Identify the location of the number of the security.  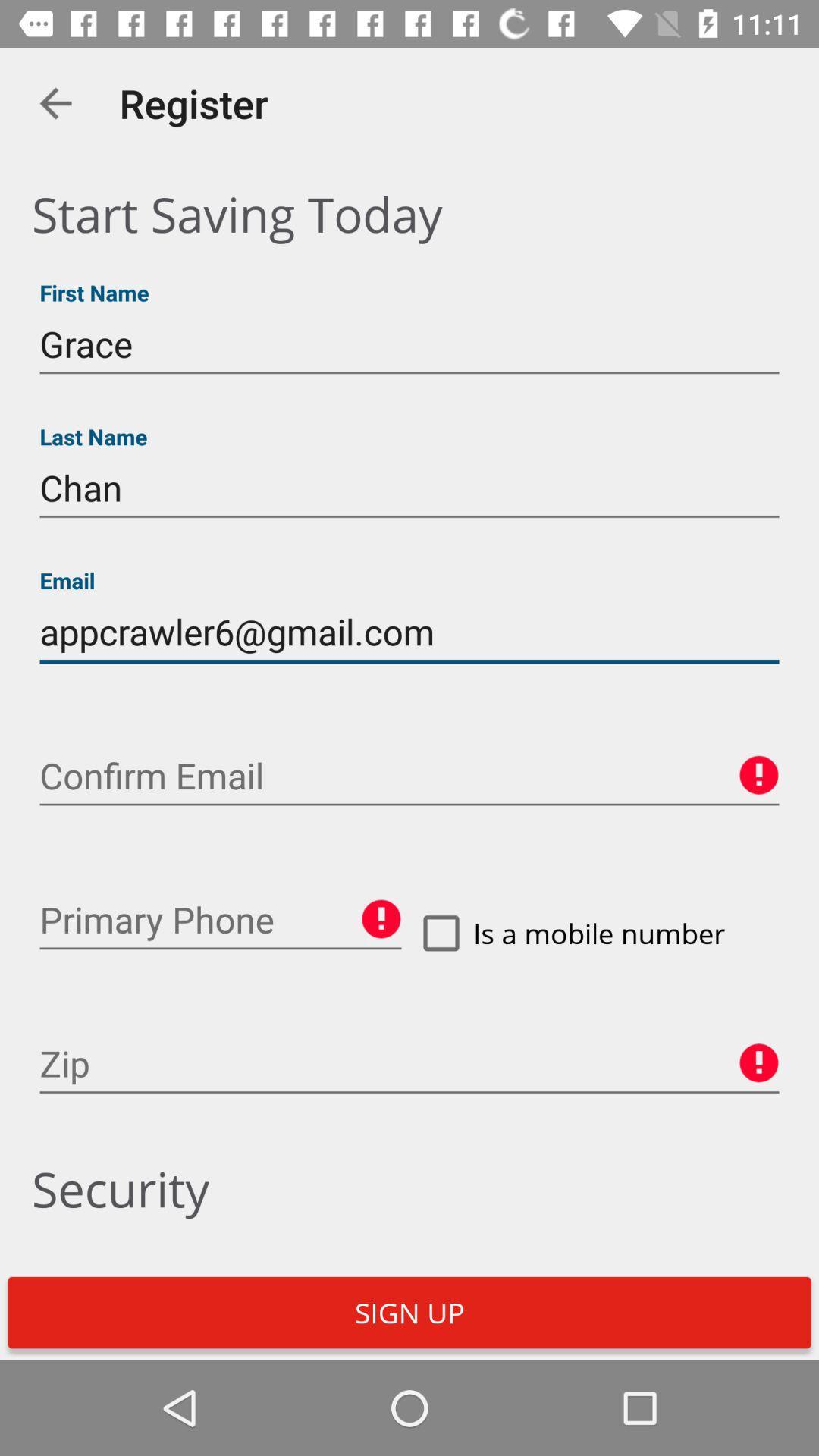
(220, 919).